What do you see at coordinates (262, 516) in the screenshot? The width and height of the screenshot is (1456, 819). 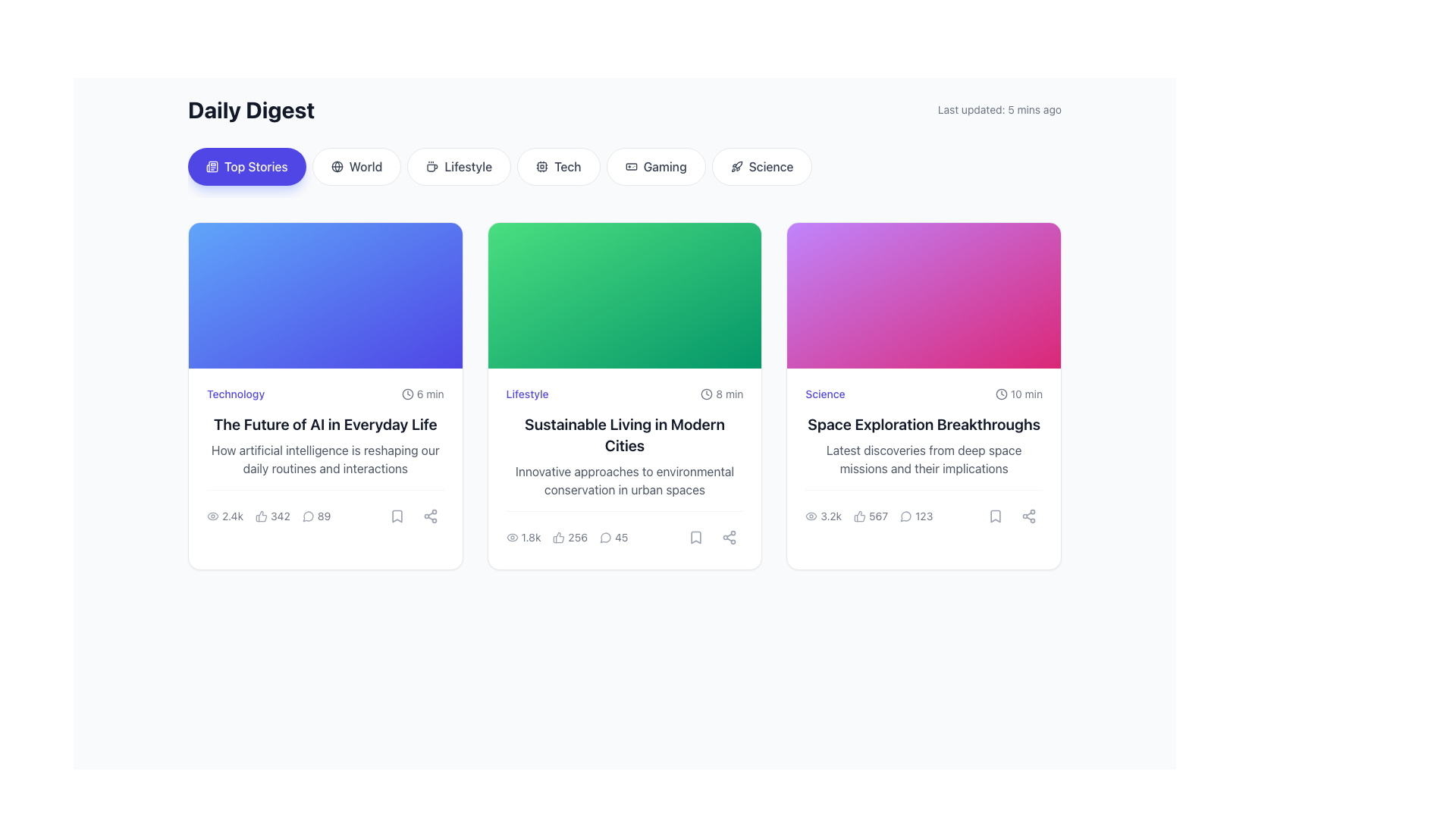 I see `the 'like' icon located to the left of the text '342', which represents the upvote action for the associated content` at bounding box center [262, 516].